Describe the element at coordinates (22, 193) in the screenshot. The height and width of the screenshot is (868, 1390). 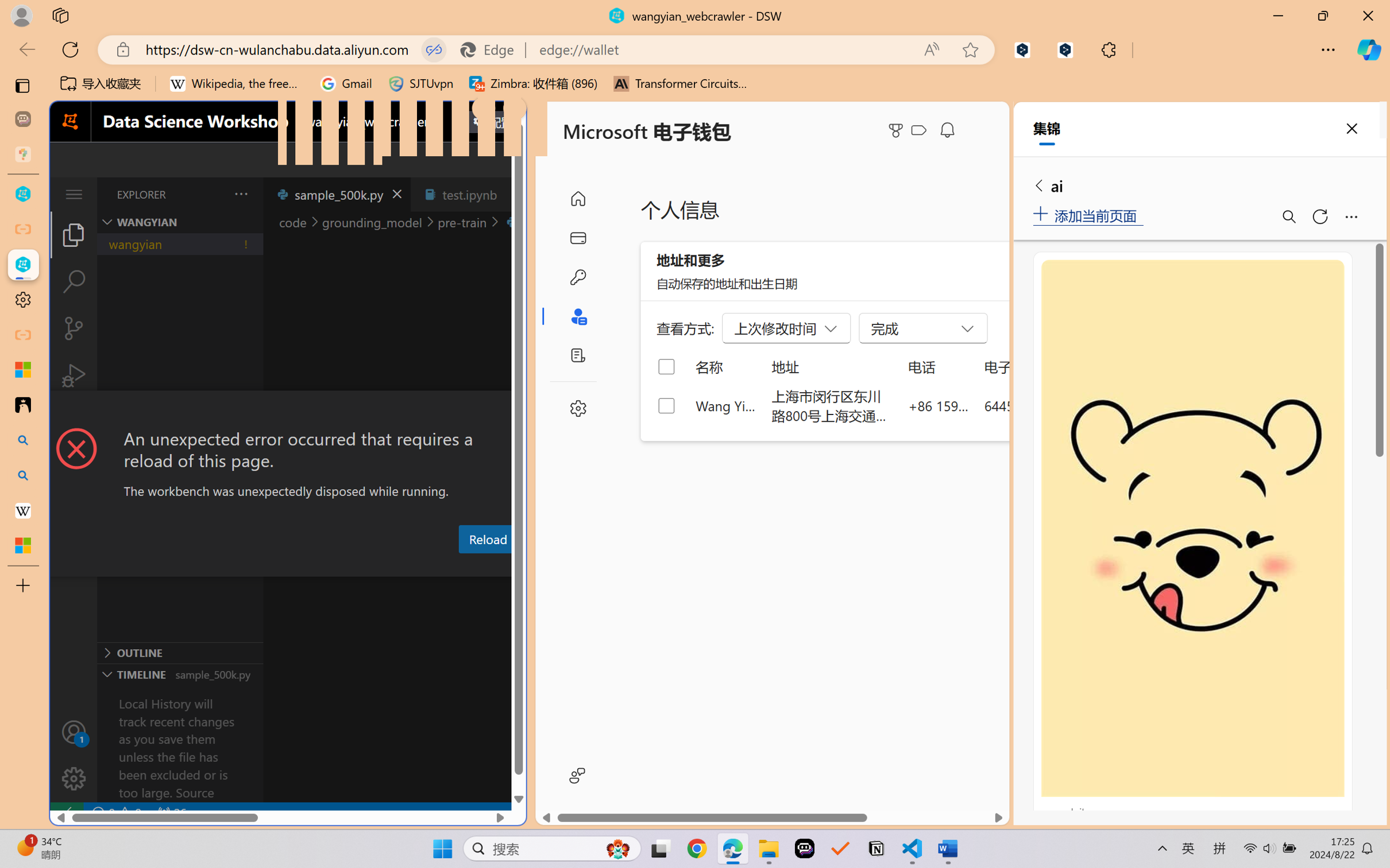
I see `'wangyian_dsw - DSW'` at that location.